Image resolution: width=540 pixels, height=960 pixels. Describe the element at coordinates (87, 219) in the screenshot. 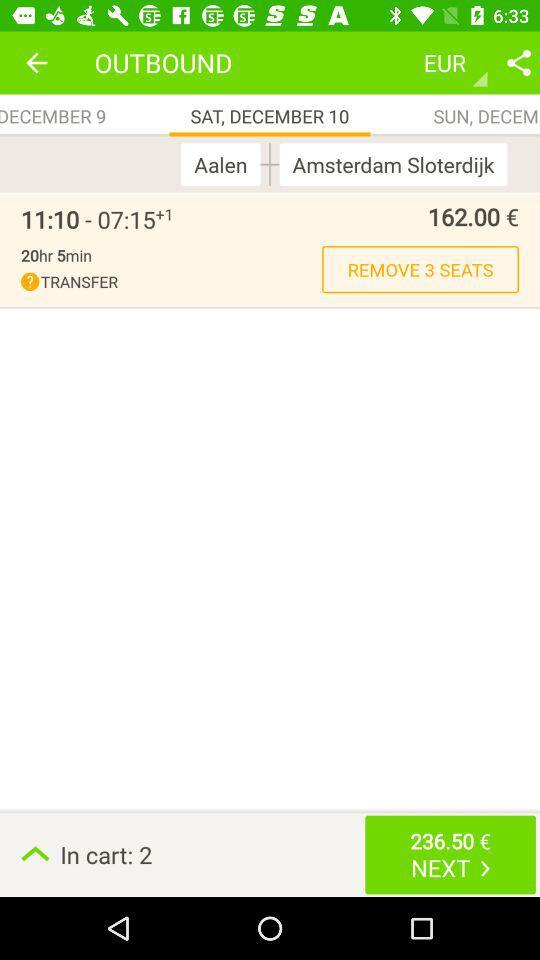

I see `the item to the left of +1 item` at that location.